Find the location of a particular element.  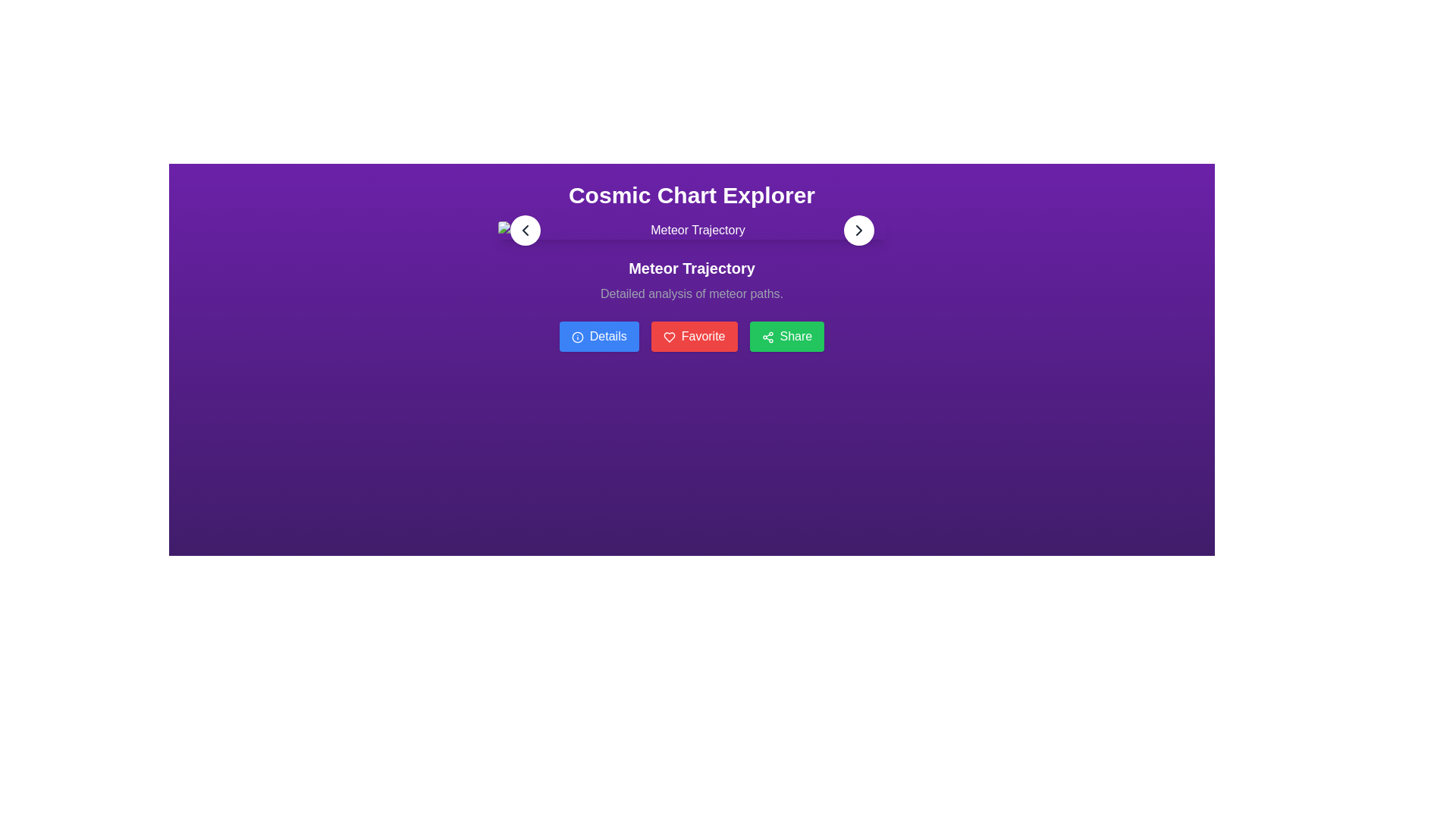

the heart-shaped icon with a line art design located within the red 'Favorite' button is located at coordinates (668, 336).